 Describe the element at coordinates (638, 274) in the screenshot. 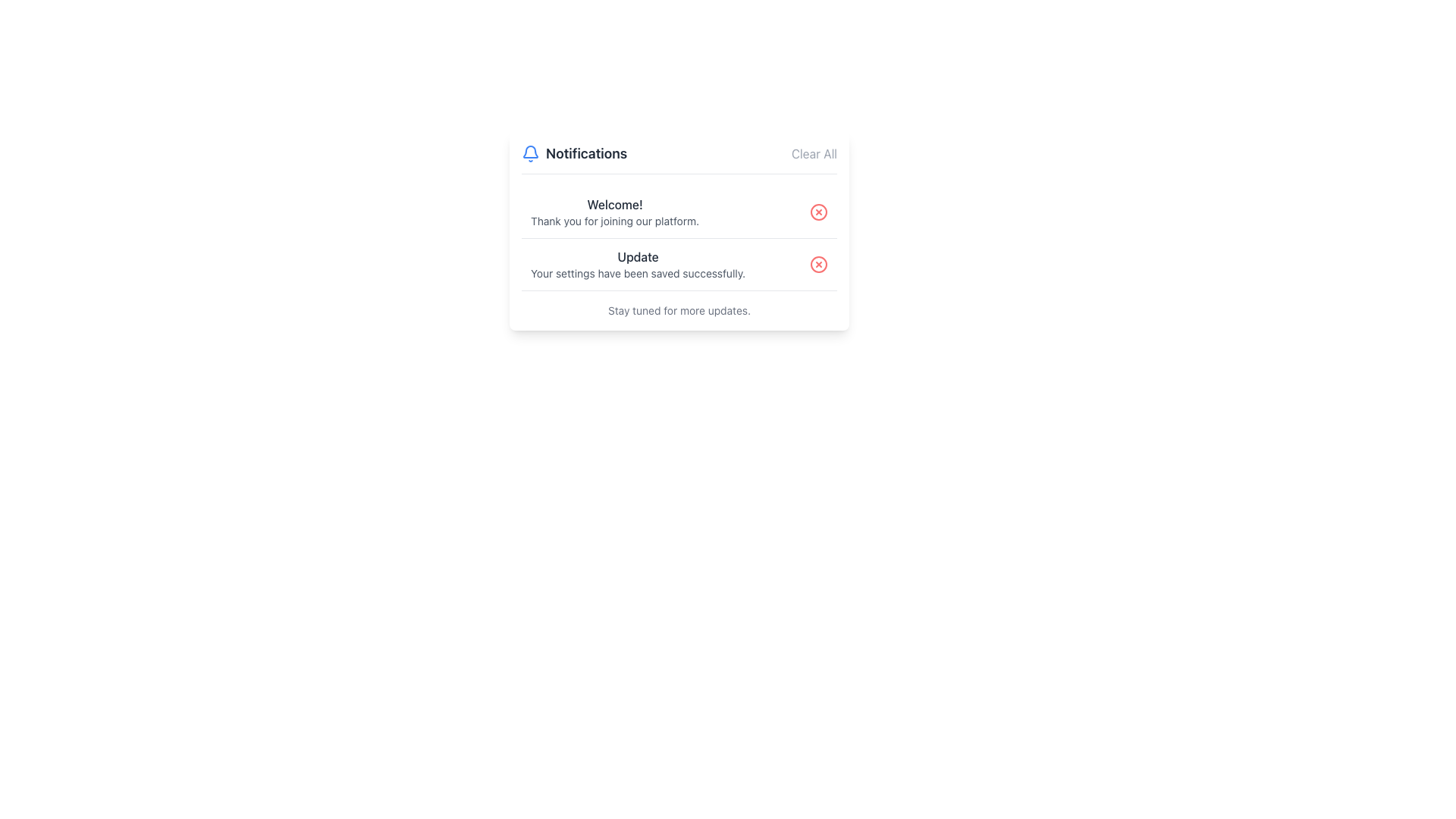

I see `feedback text displayed beneath the 'Update' header in the notification section, specifically the second line indicating successful settings save` at that location.